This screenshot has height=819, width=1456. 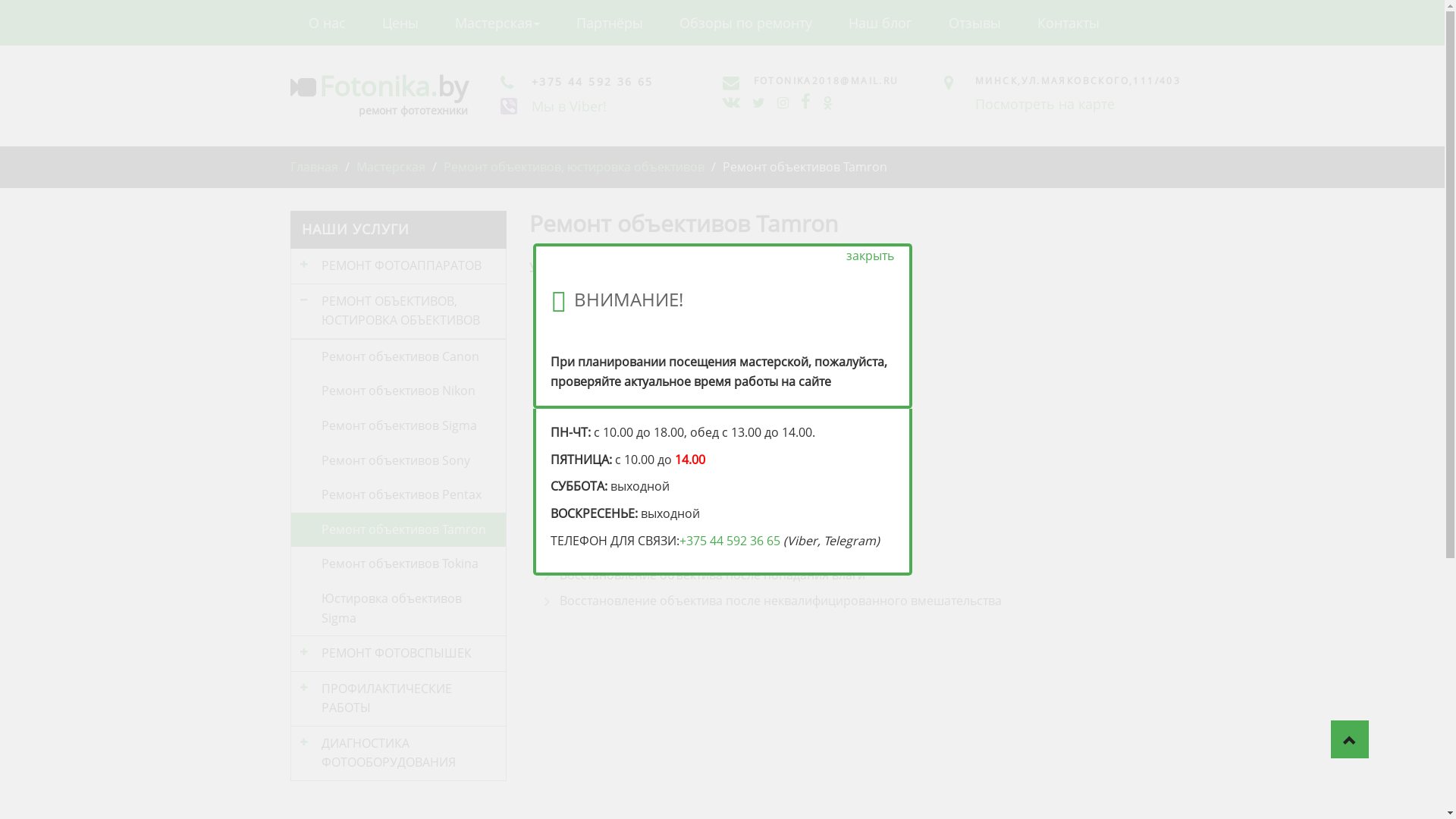 What do you see at coordinates (730, 540) in the screenshot?
I see `'+375 44 592 36 65'` at bounding box center [730, 540].